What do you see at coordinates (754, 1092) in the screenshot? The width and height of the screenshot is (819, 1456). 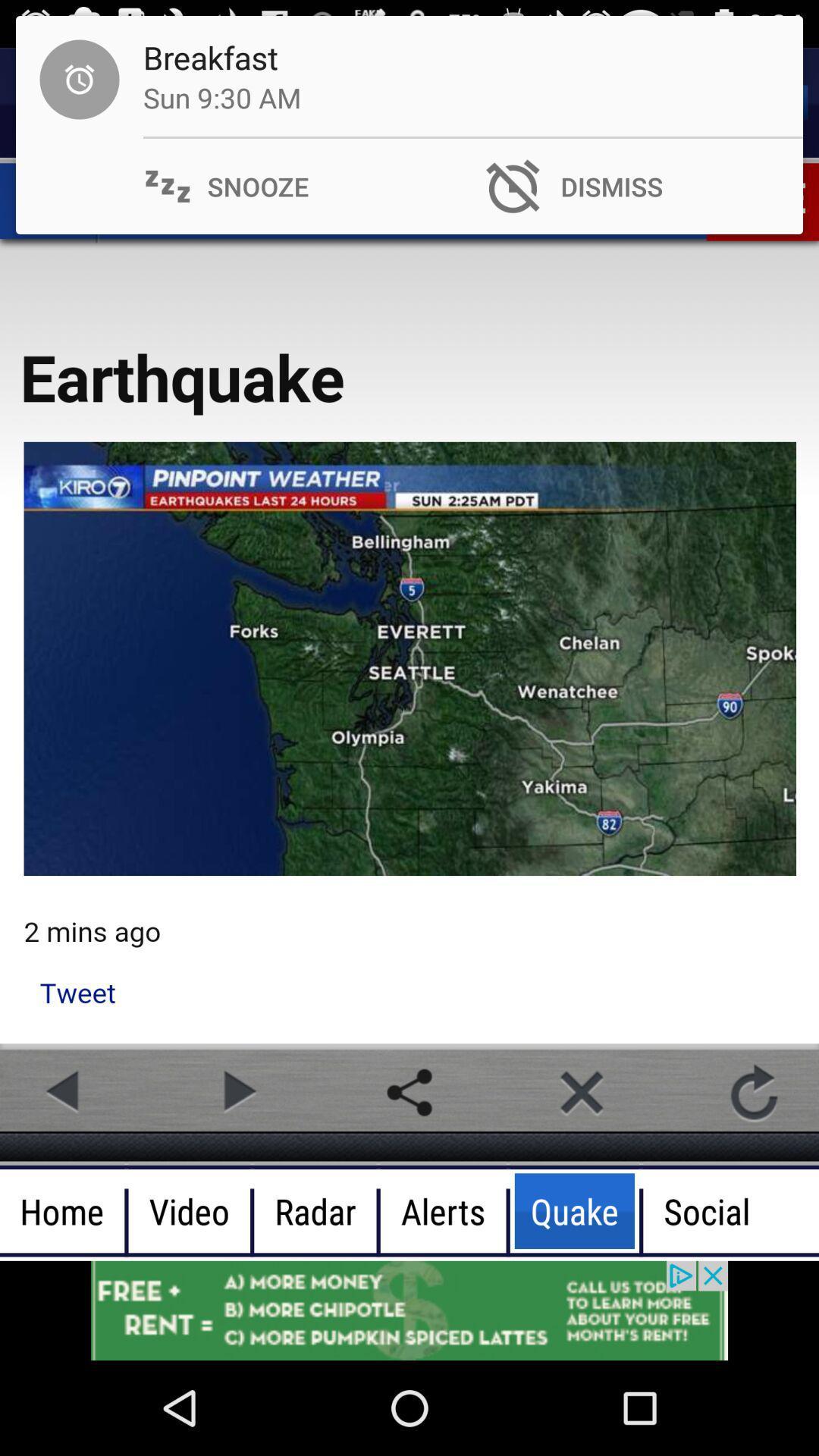 I see `the refresh icon` at bounding box center [754, 1092].